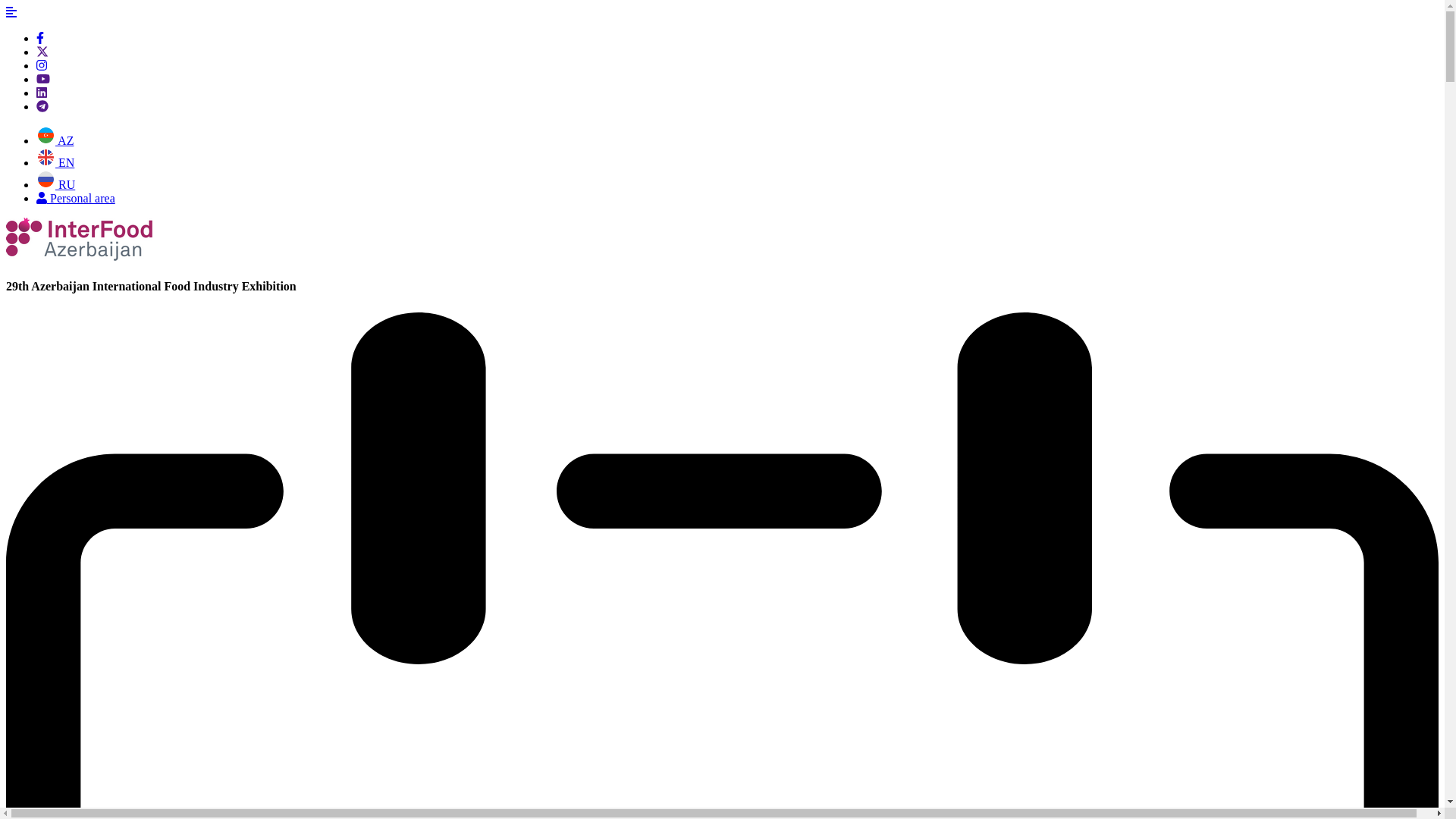 The image size is (1456, 819). What do you see at coordinates (55, 184) in the screenshot?
I see `'RU'` at bounding box center [55, 184].